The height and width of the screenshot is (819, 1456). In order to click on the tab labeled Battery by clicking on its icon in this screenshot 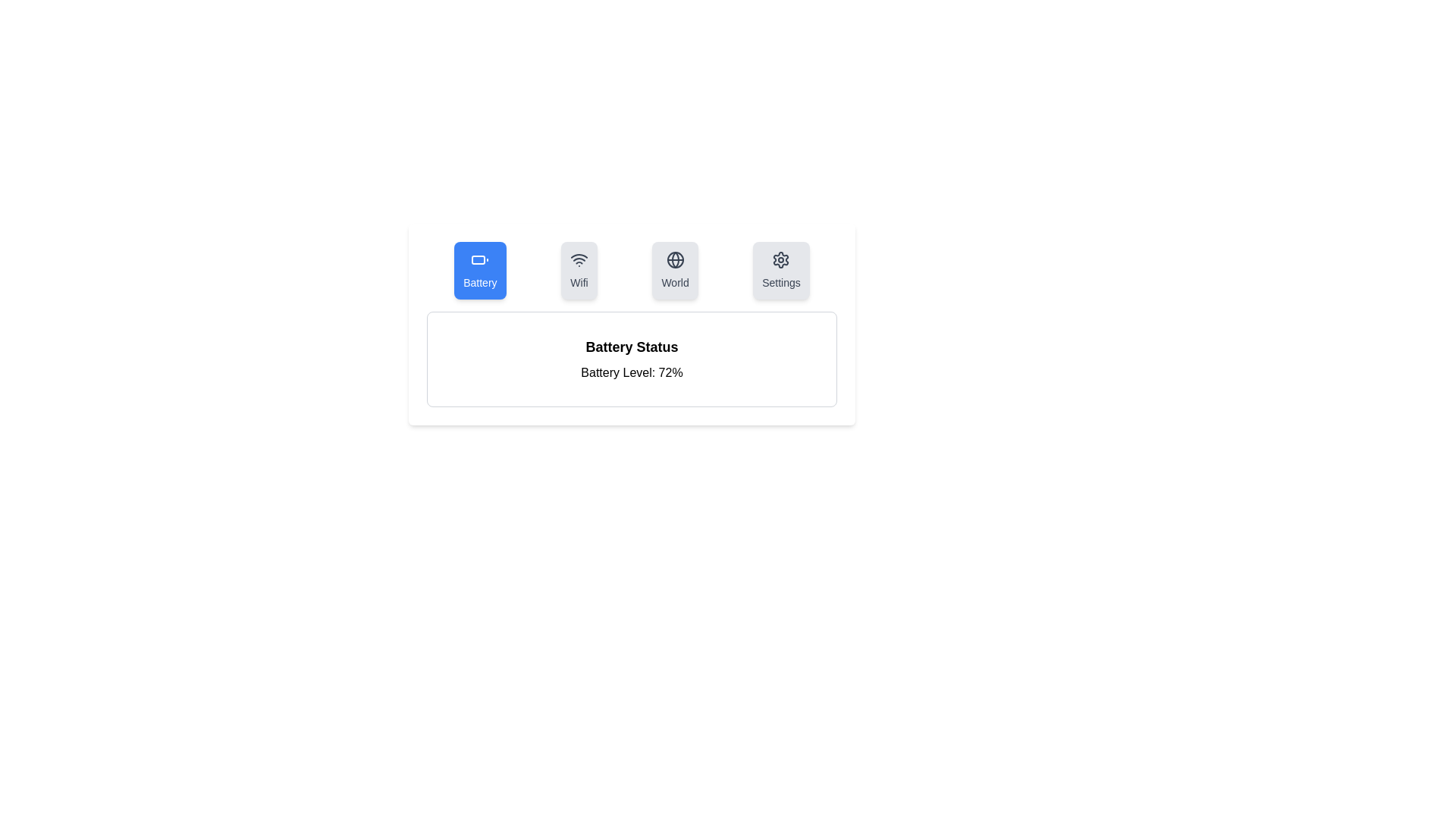, I will do `click(479, 270)`.